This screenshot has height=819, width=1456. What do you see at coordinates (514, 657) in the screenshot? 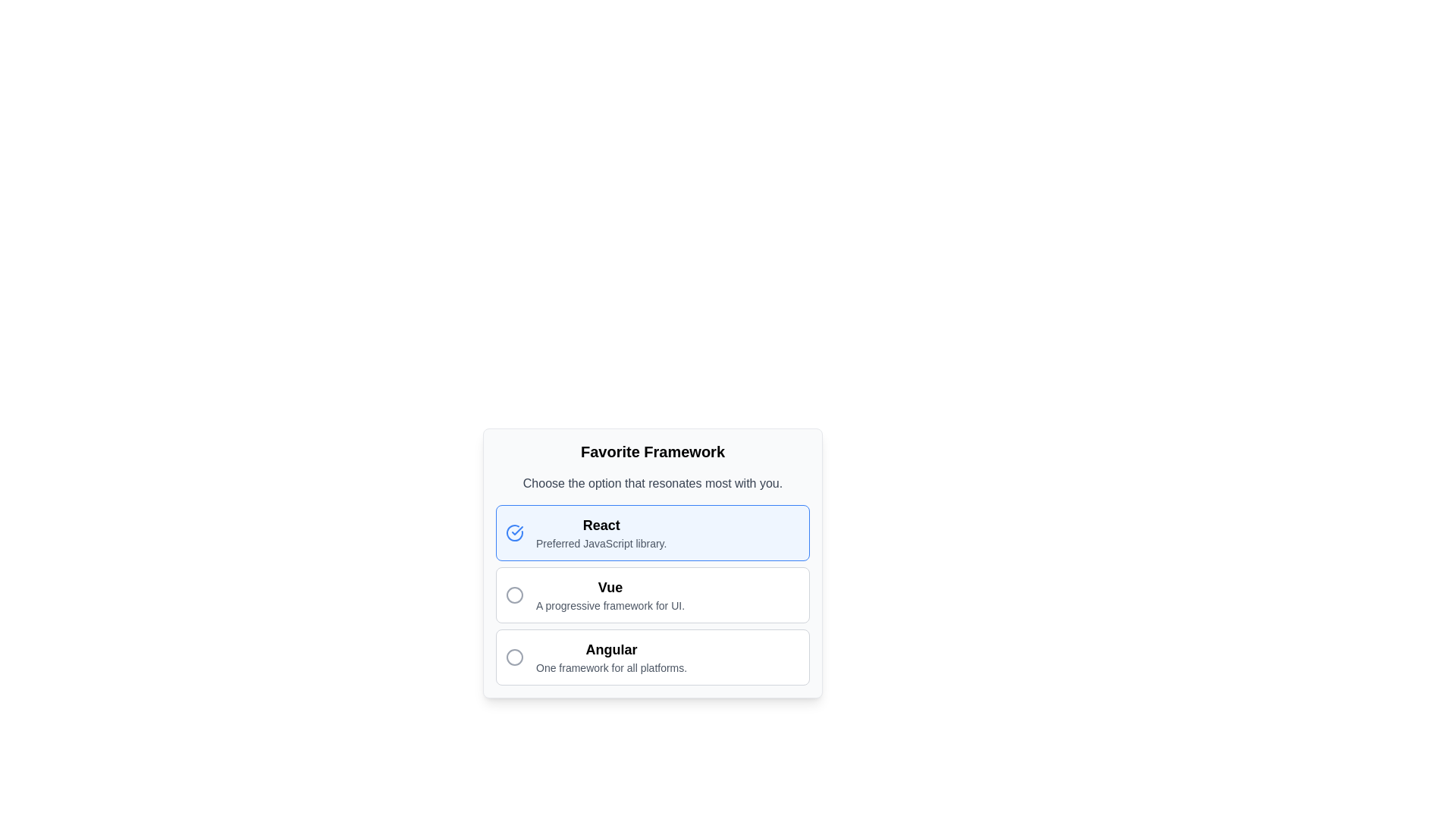
I see `the unselected radio button associated with the 'Angular' option in the three-option selection menu` at bounding box center [514, 657].